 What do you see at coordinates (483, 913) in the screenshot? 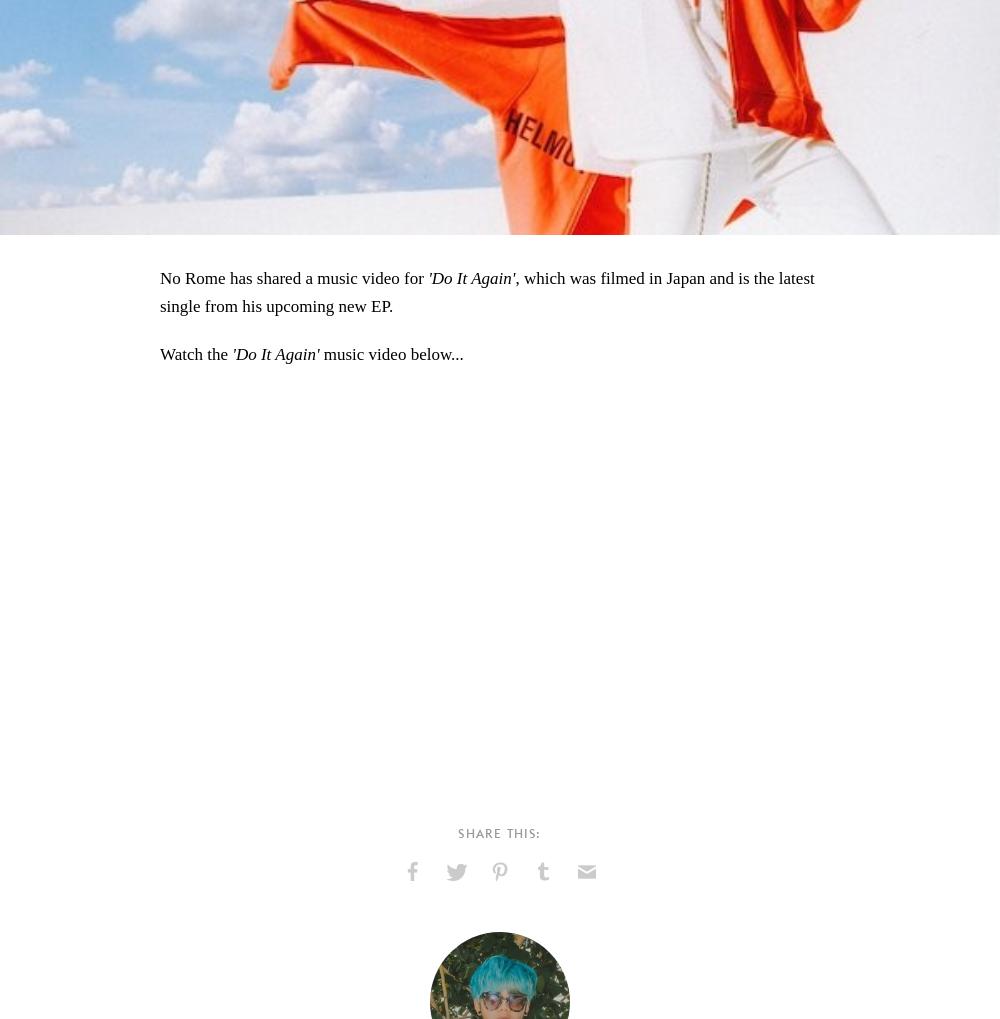
I see `'Pin on Pinterest'` at bounding box center [483, 913].